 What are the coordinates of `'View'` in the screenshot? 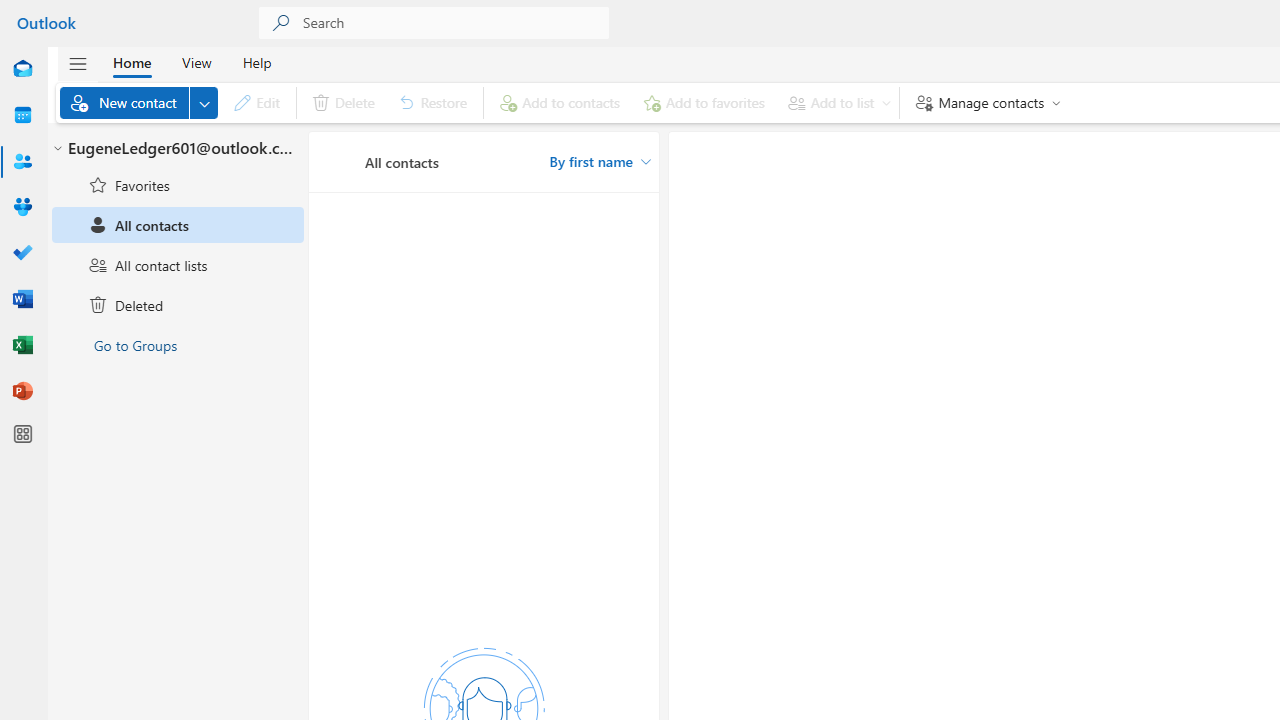 It's located at (196, 61).